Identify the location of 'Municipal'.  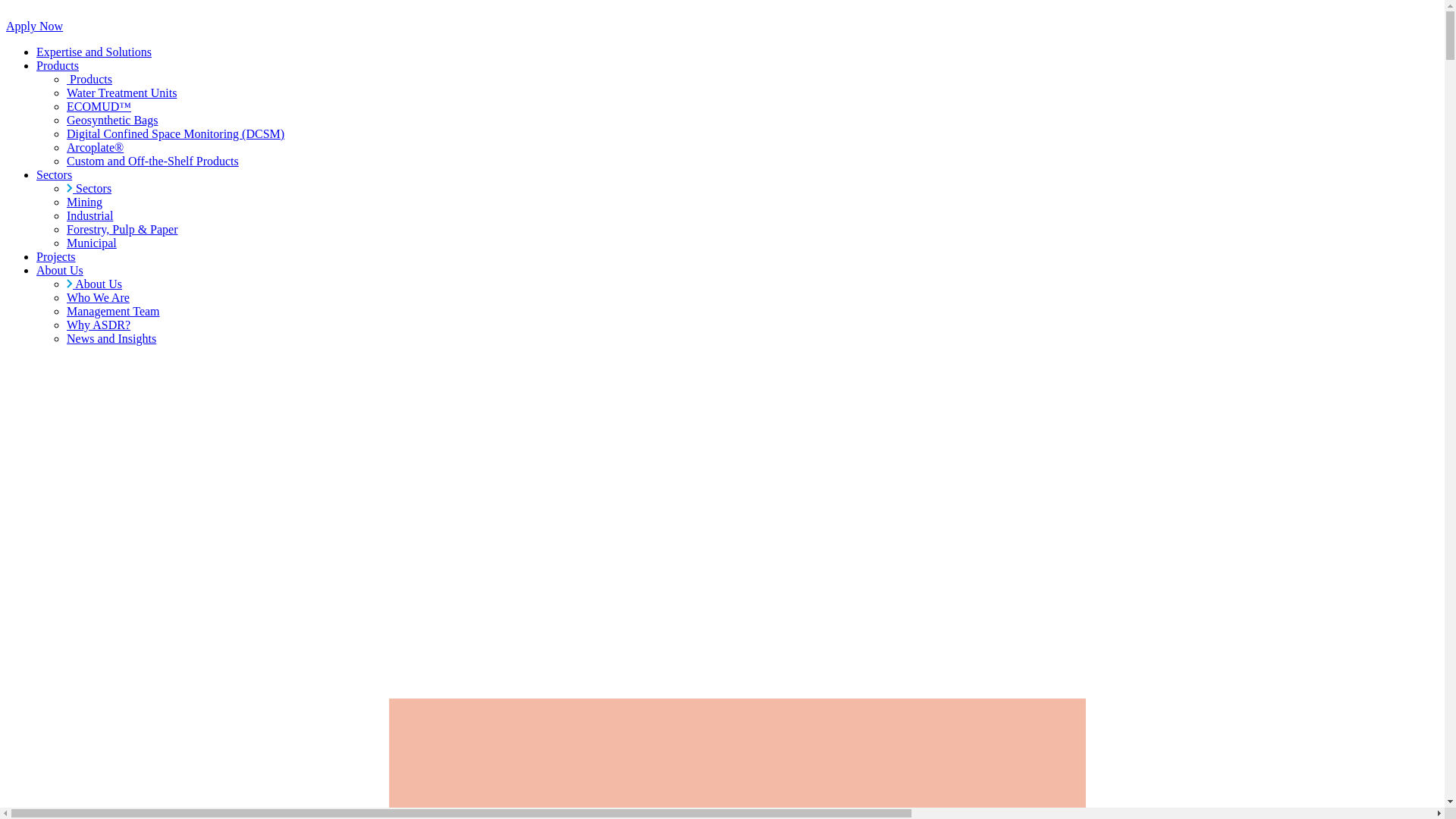
(90, 242).